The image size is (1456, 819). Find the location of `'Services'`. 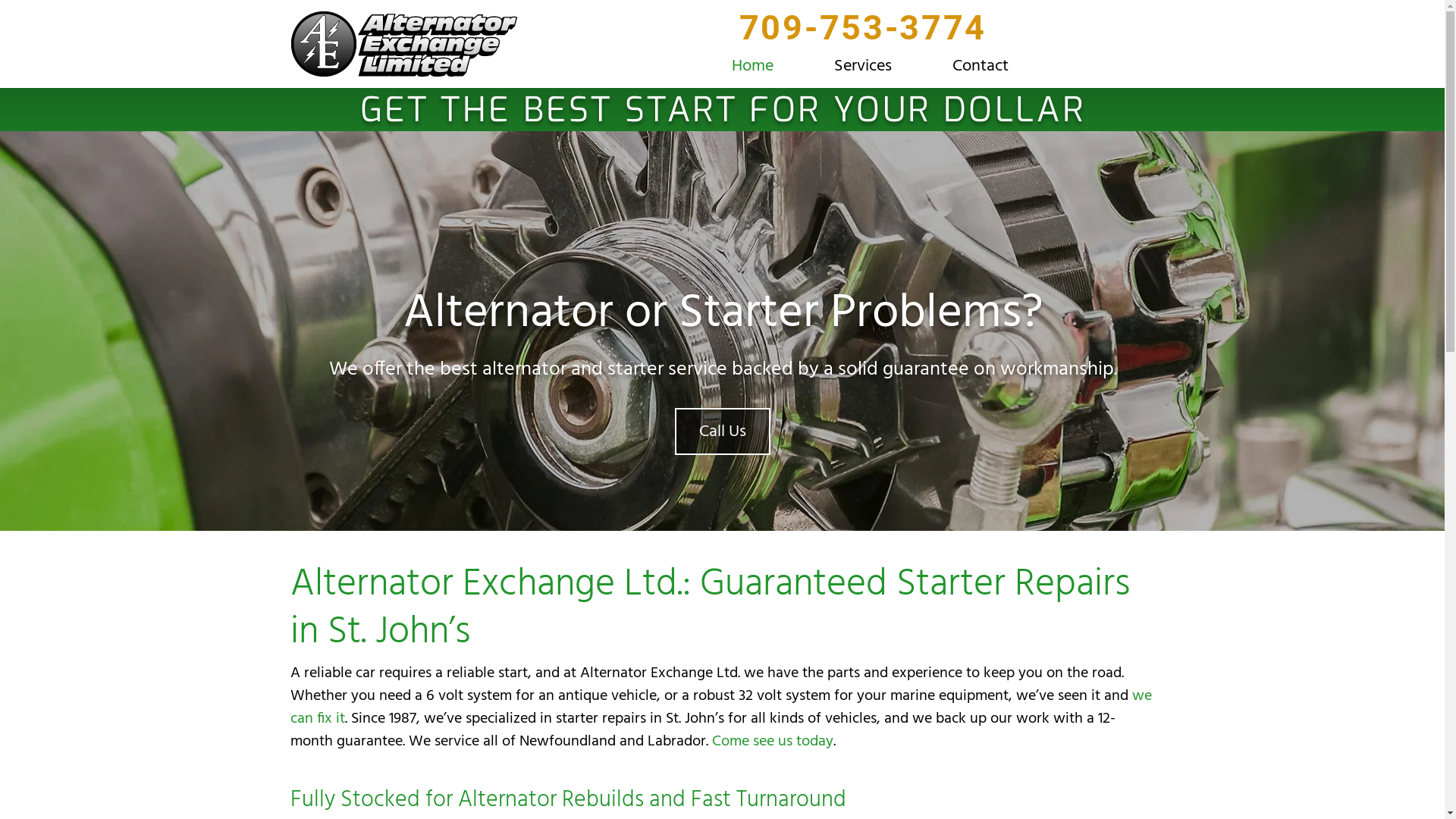

'Services' is located at coordinates (862, 61).